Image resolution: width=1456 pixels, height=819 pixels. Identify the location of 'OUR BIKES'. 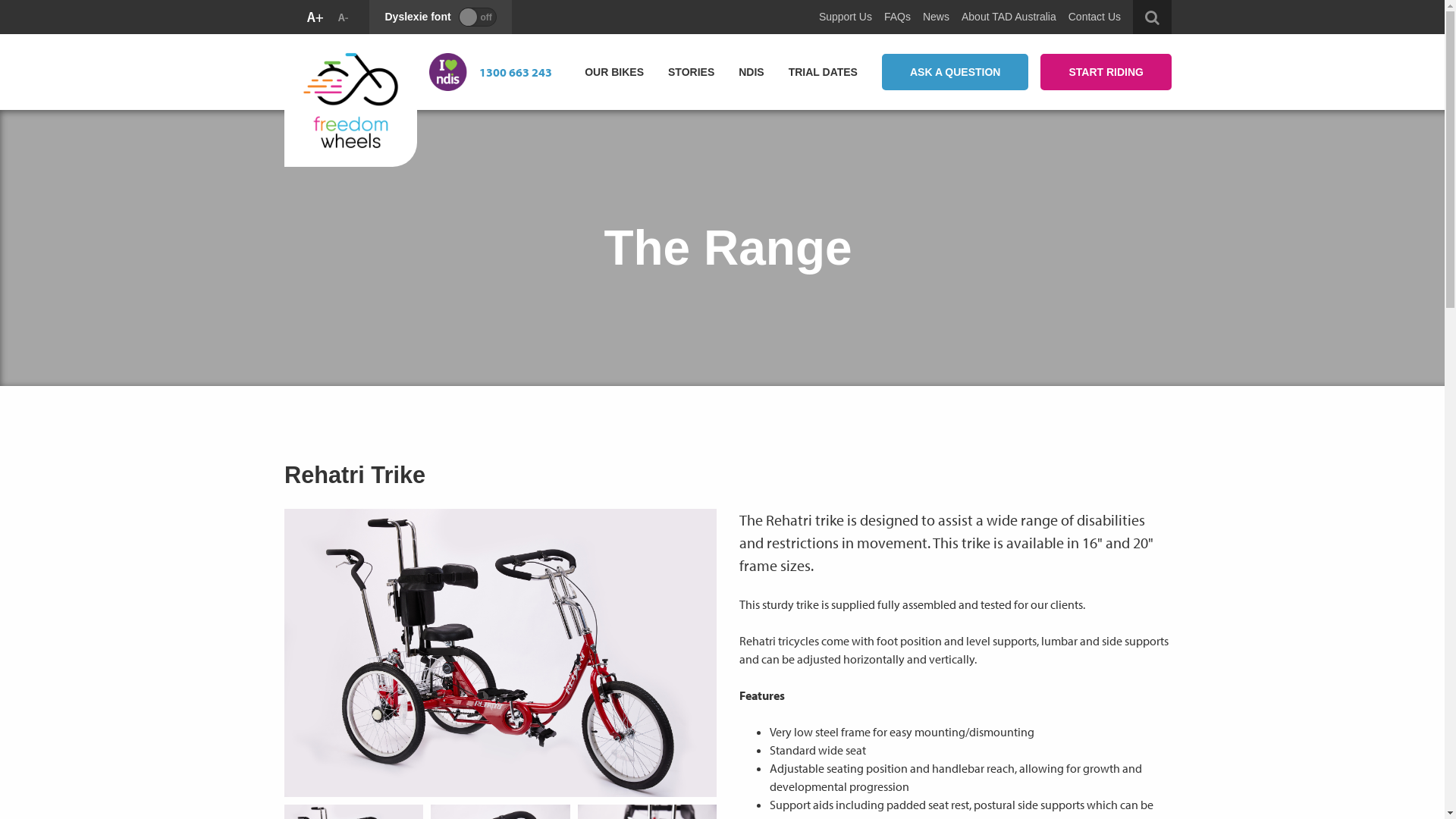
(614, 71).